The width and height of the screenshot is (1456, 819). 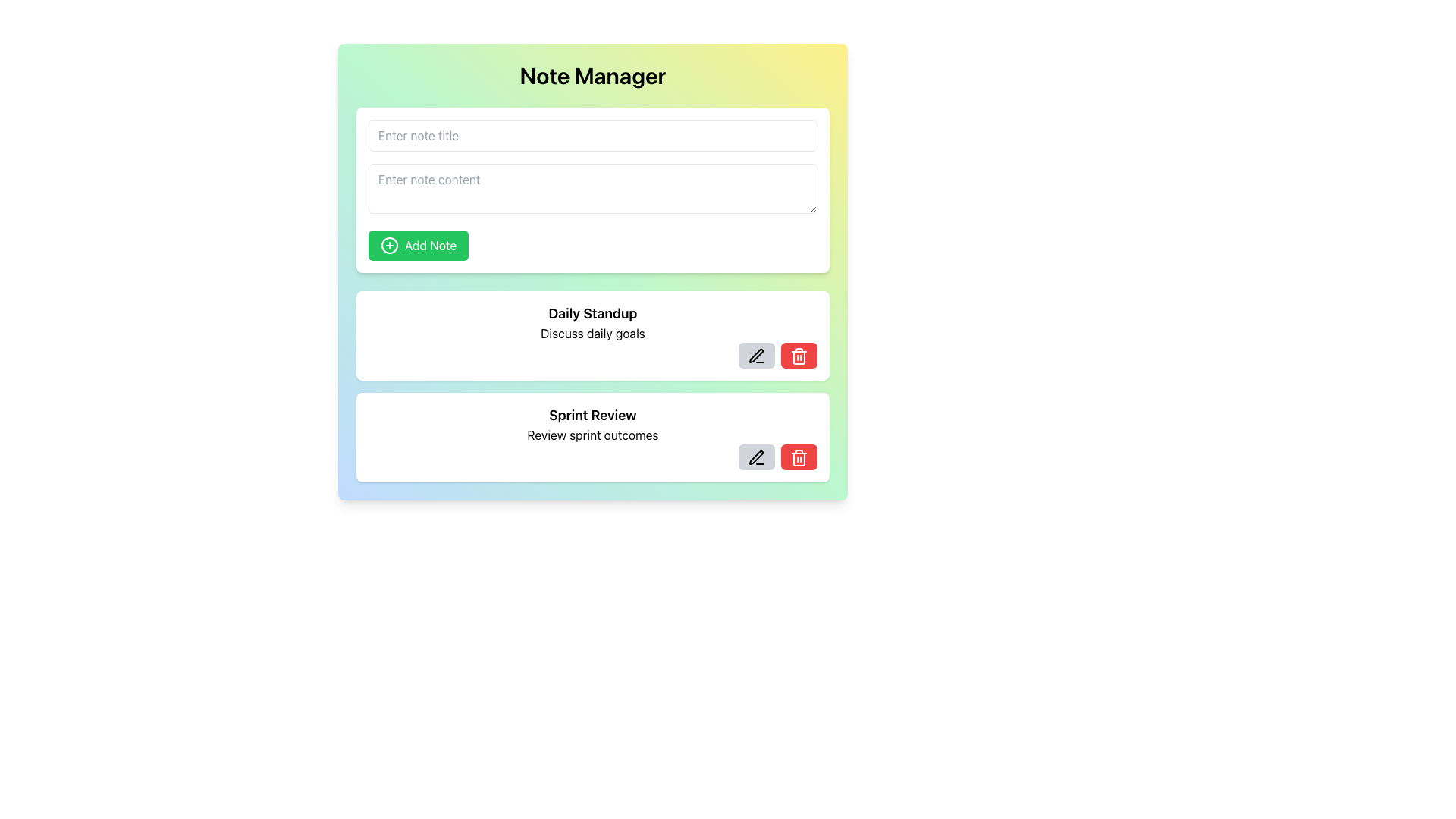 I want to click on the 'edit' button located in the right-aligned action block of the second note card, so click(x=757, y=354).